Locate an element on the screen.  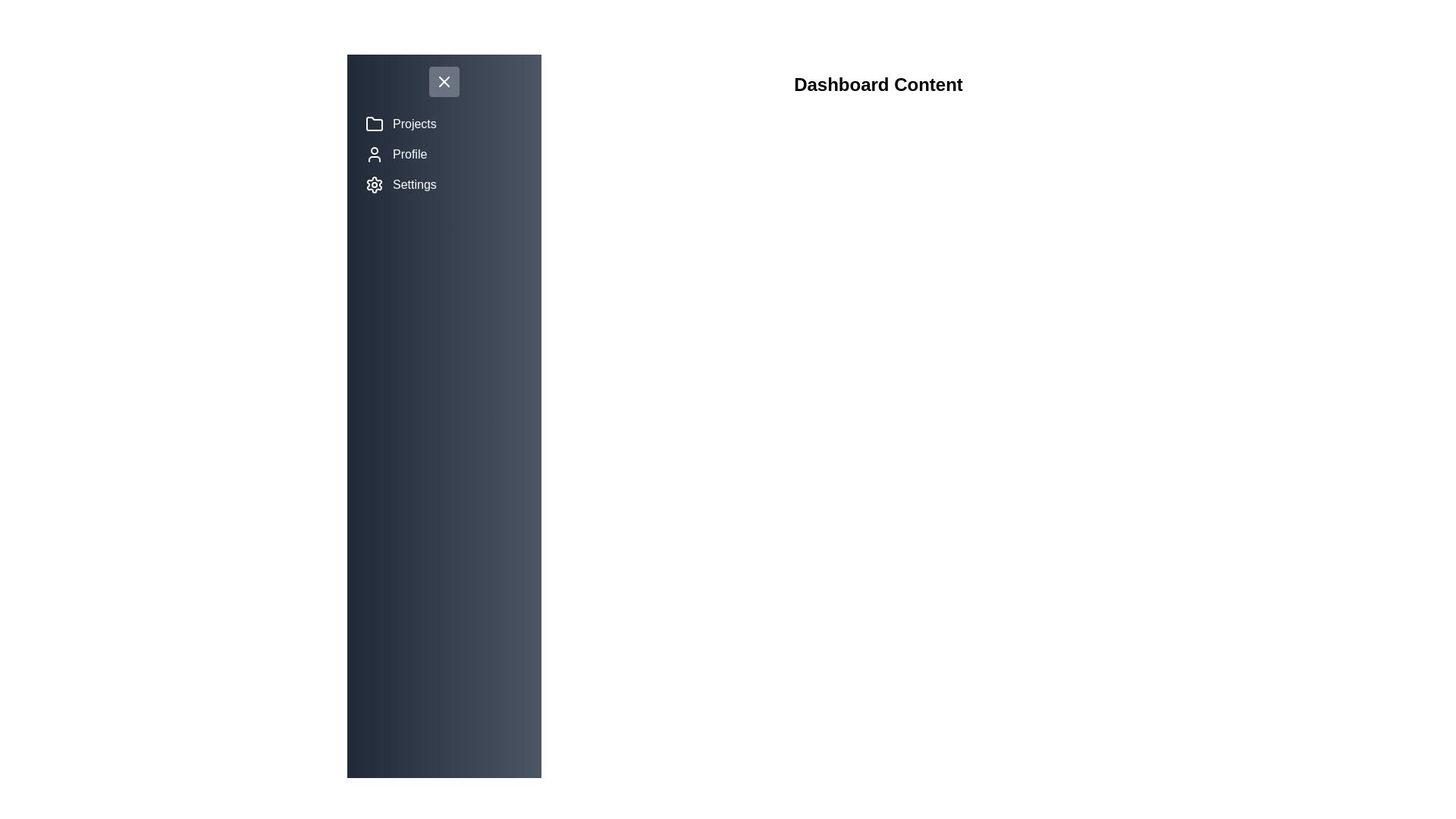
the menu item Profile to navigate is located at coordinates (443, 155).